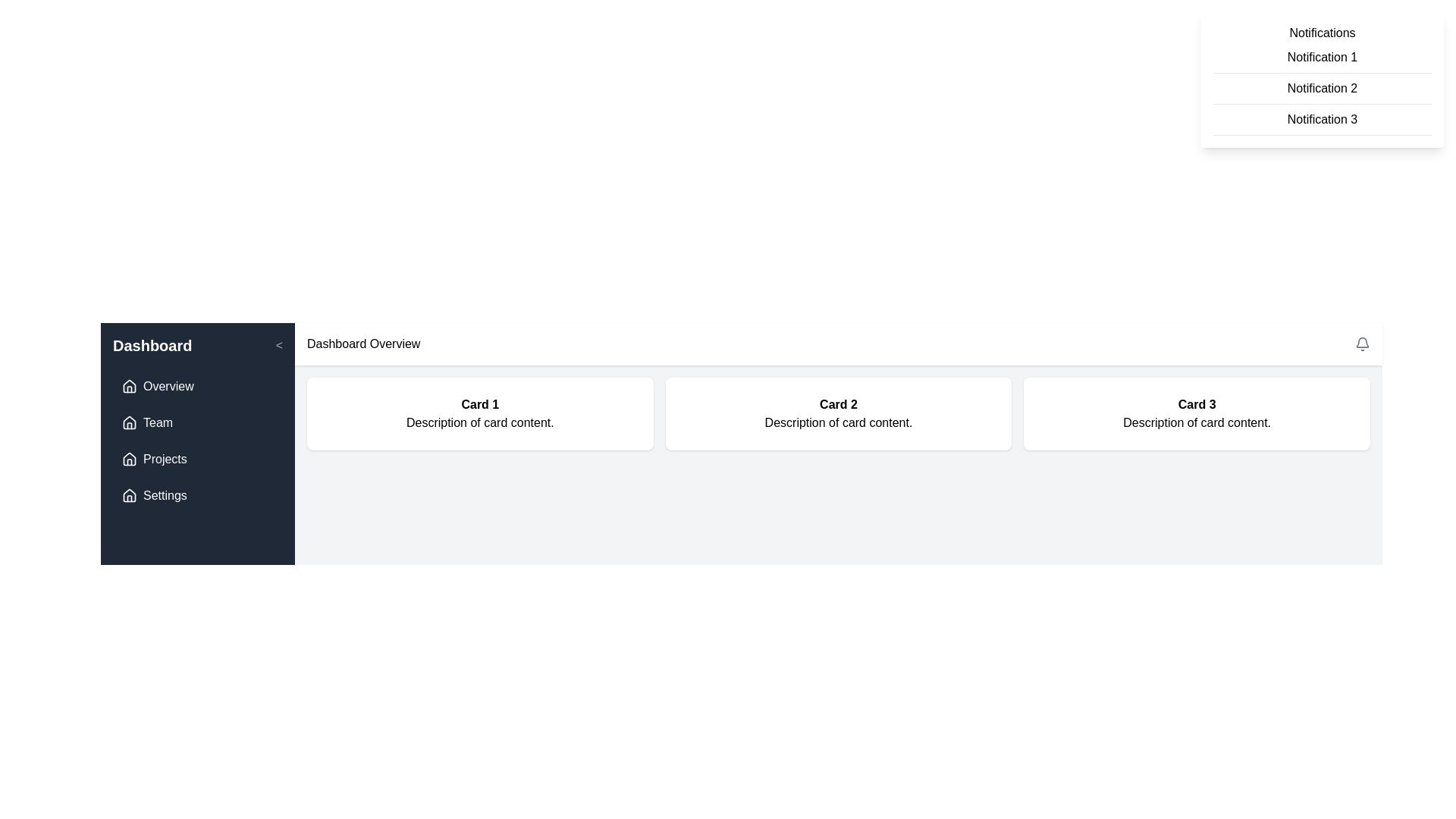 This screenshot has width=1456, height=819. What do you see at coordinates (479, 403) in the screenshot?
I see `the text 'Card 1' which is styled in bold and located inside the leftmost card of the dashboard overview section` at bounding box center [479, 403].